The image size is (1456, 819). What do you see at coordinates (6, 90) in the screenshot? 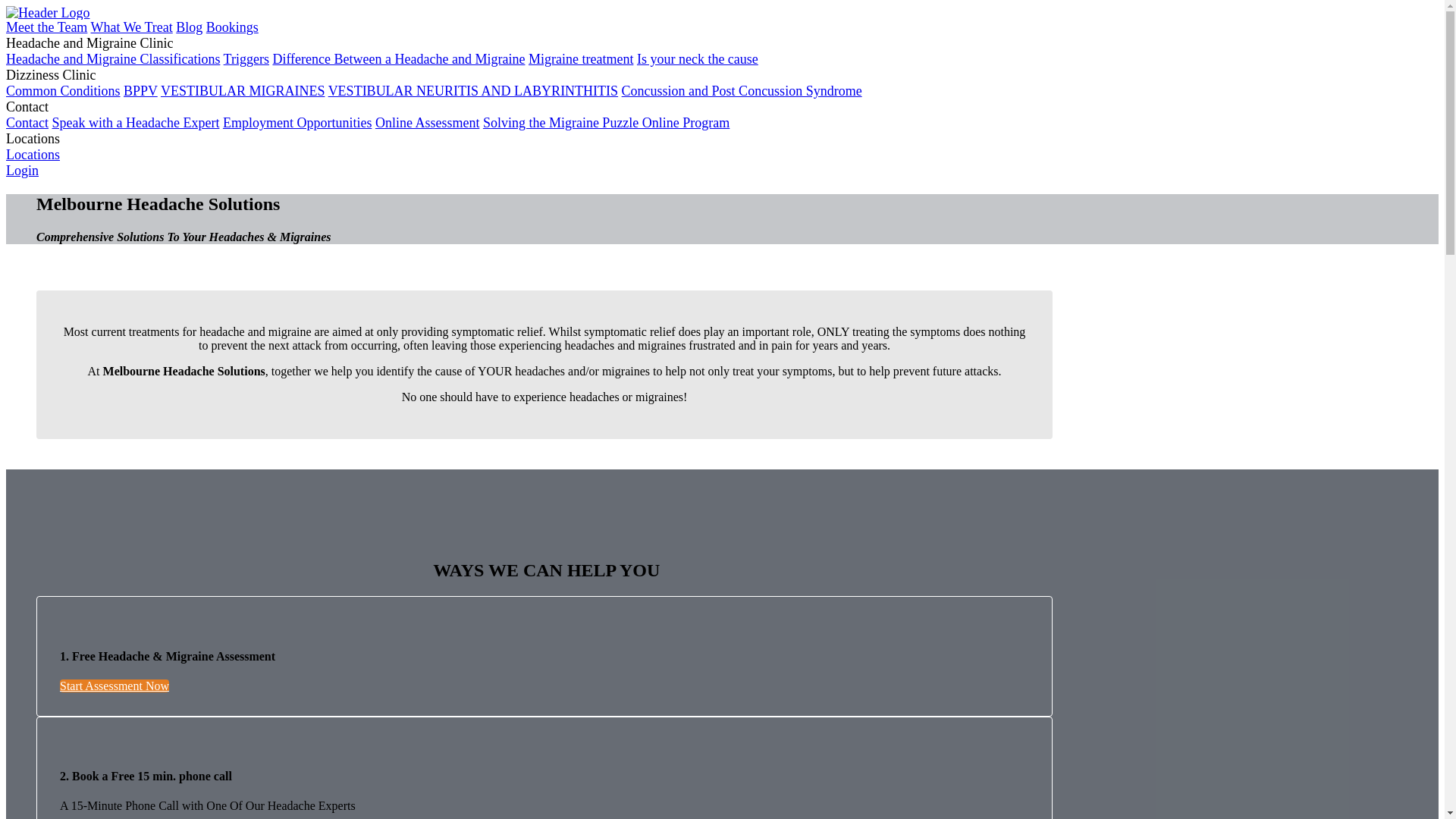
I see `'Common Conditions'` at bounding box center [6, 90].